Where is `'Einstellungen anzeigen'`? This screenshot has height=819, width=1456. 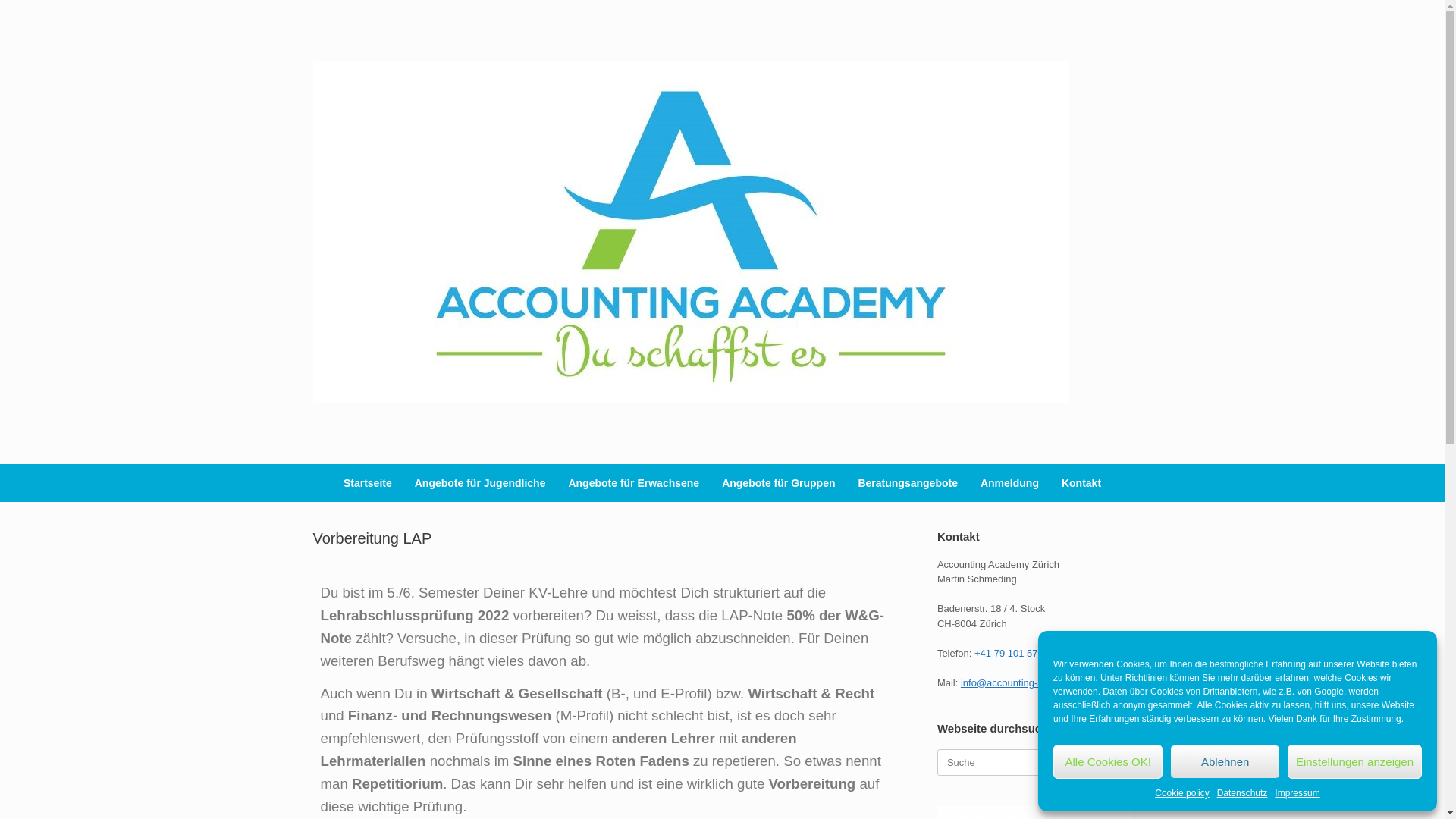
'Einstellungen anzeigen' is located at coordinates (1354, 761).